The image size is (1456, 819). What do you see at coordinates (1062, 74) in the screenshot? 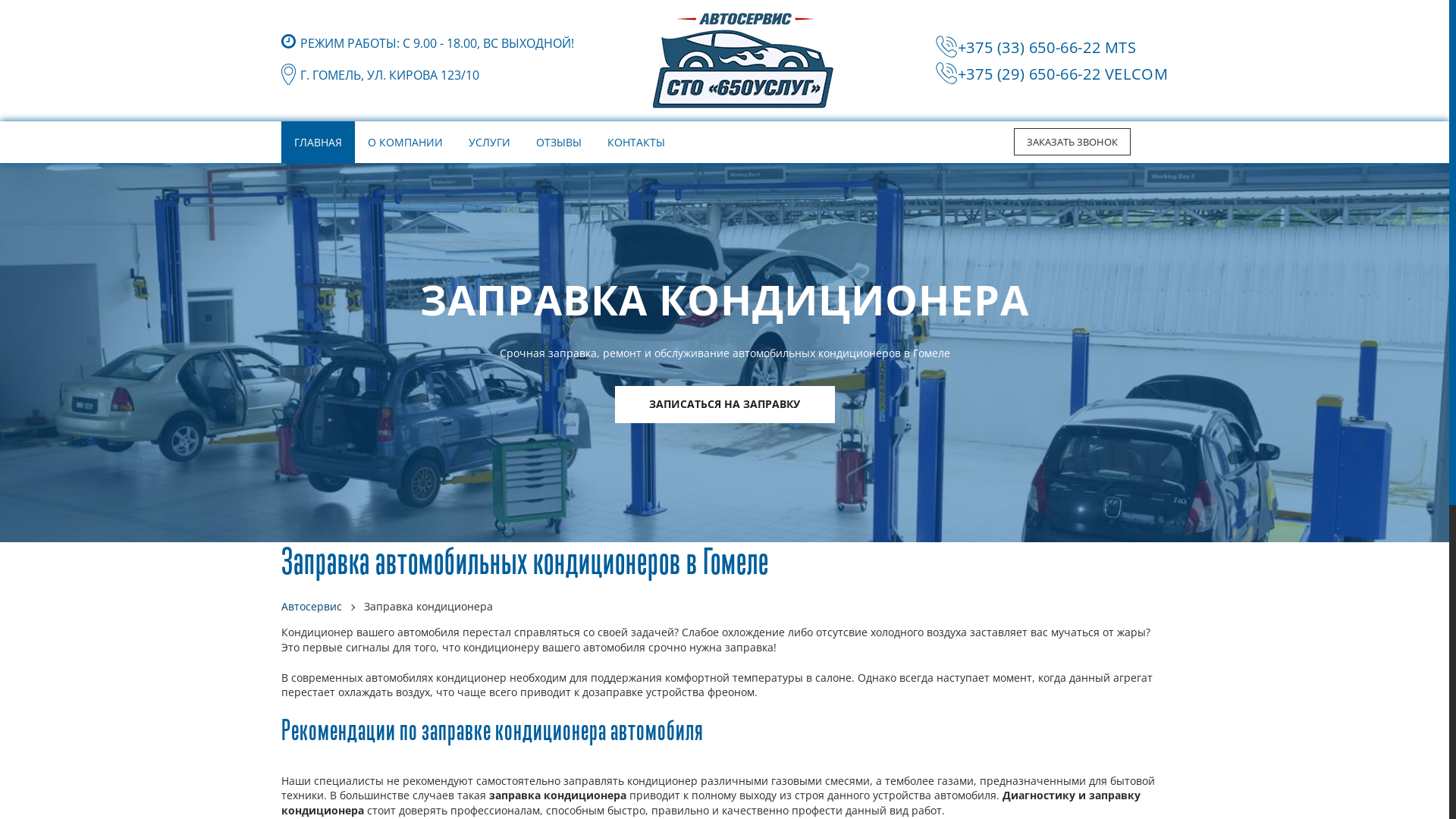
I see `'+375 (29) 650-66-22 VELCOM'` at bounding box center [1062, 74].